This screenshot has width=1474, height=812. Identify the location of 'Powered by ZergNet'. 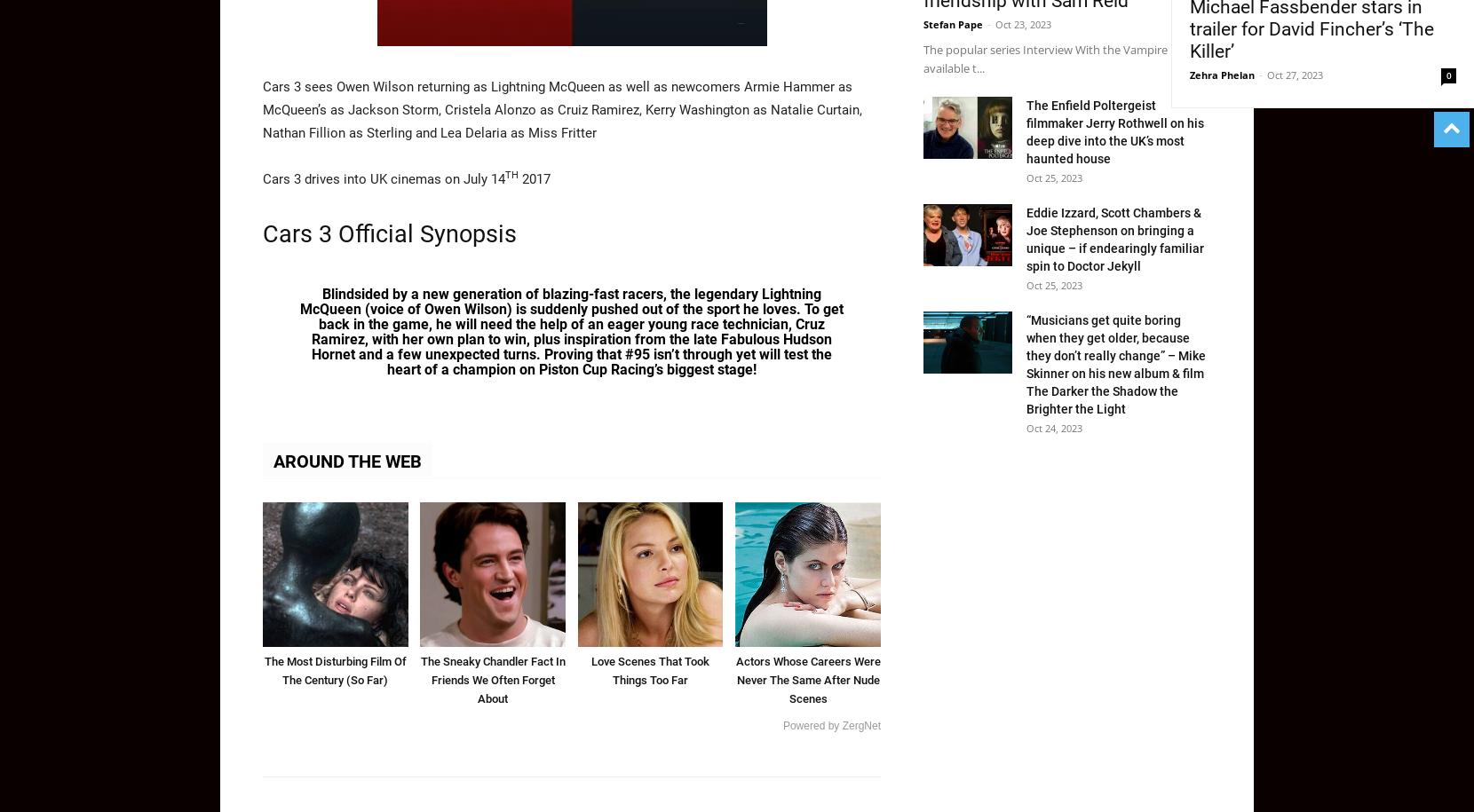
(781, 726).